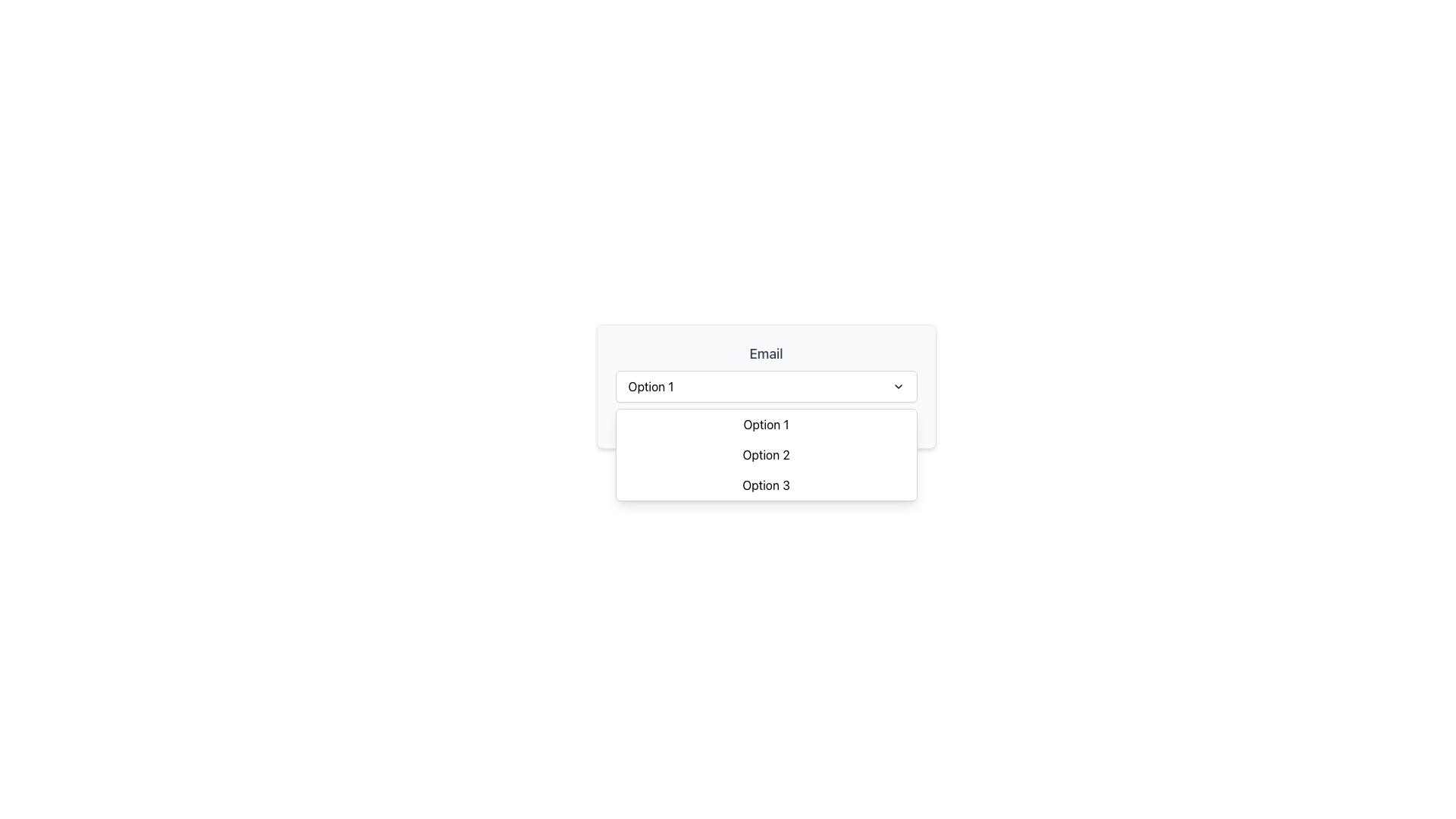 Image resolution: width=1456 pixels, height=819 pixels. Describe the element at coordinates (766, 454) in the screenshot. I see `the second item labeled 'Option 2' in the dropdown menu` at that location.